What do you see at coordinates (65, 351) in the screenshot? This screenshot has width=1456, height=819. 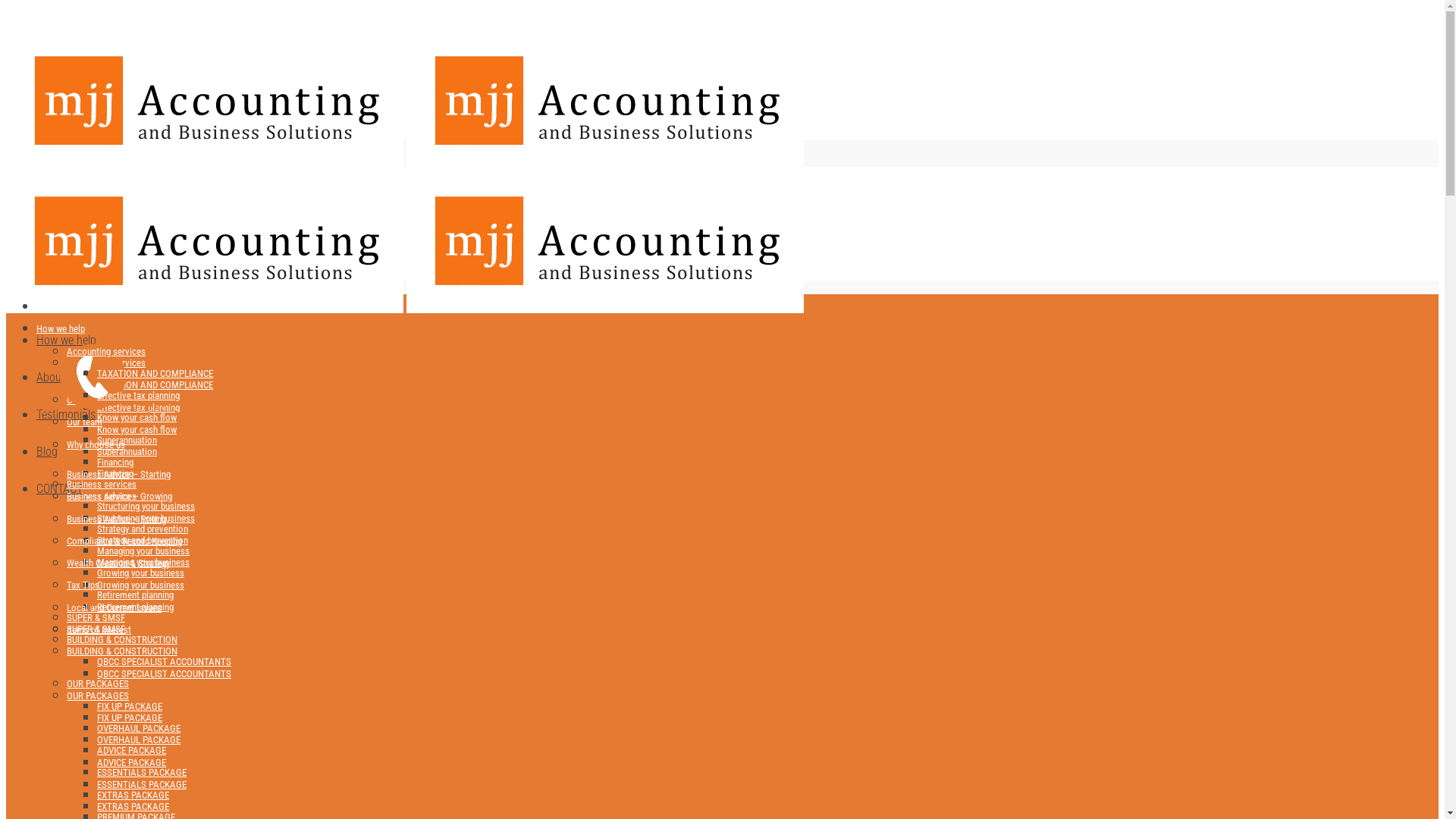 I see `'Accounting services'` at bounding box center [65, 351].